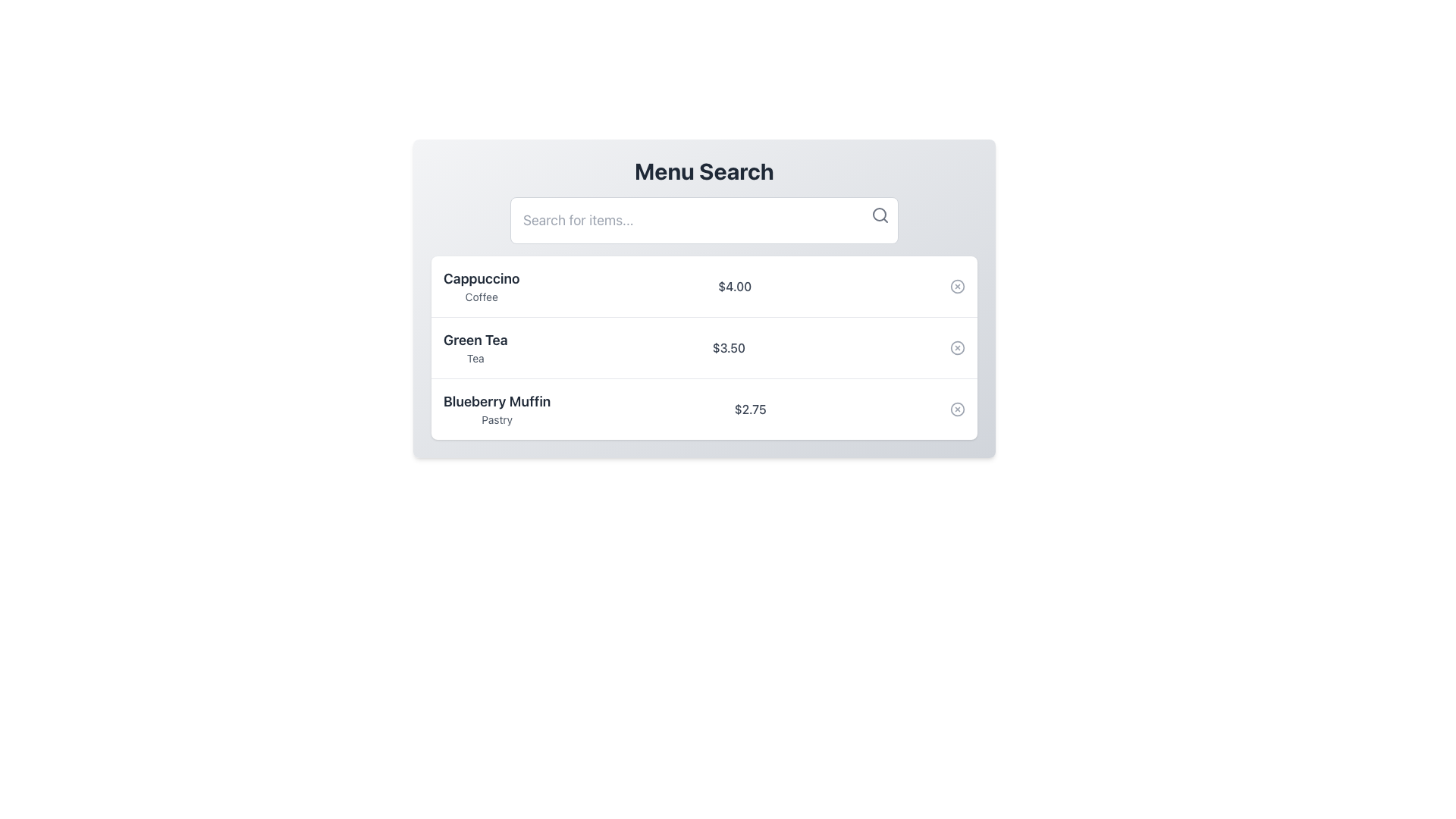 This screenshot has height=819, width=1456. What do you see at coordinates (880, 215) in the screenshot?
I see `the search icon, which is a gray magnifying glass located at the top-right corner of the search bar` at bounding box center [880, 215].